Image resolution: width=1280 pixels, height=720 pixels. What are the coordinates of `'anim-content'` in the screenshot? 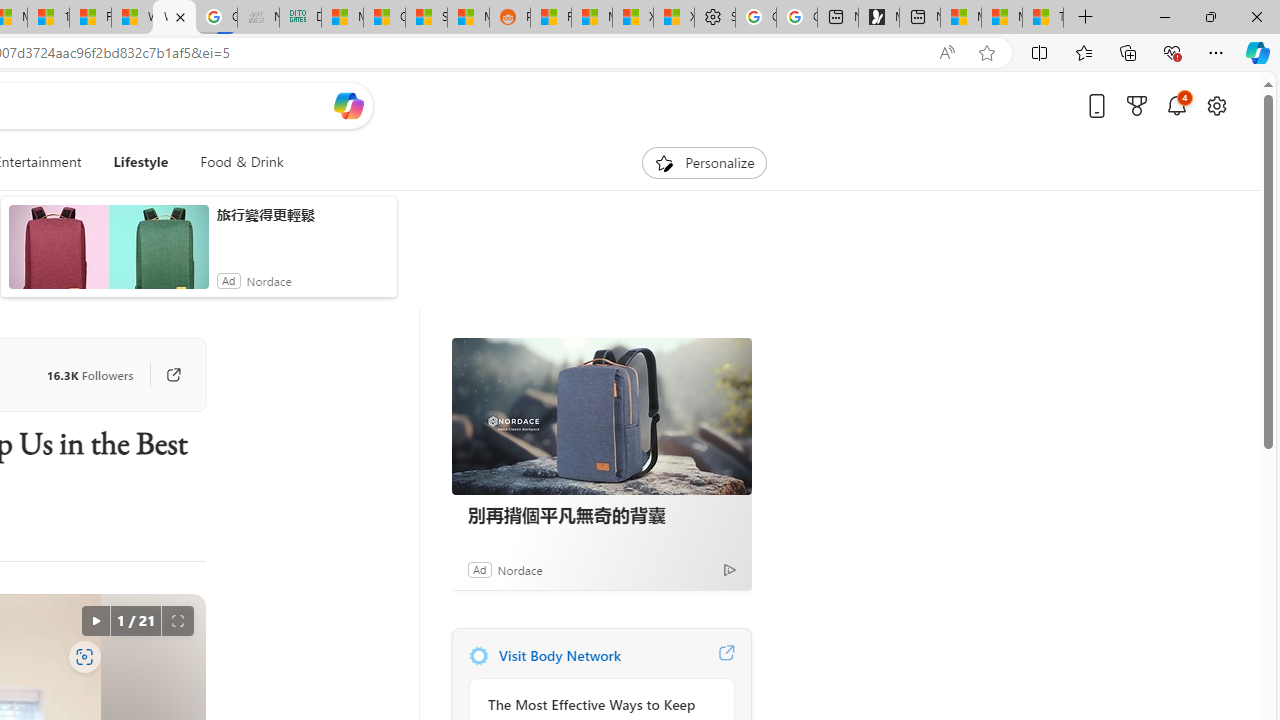 It's located at (107, 254).